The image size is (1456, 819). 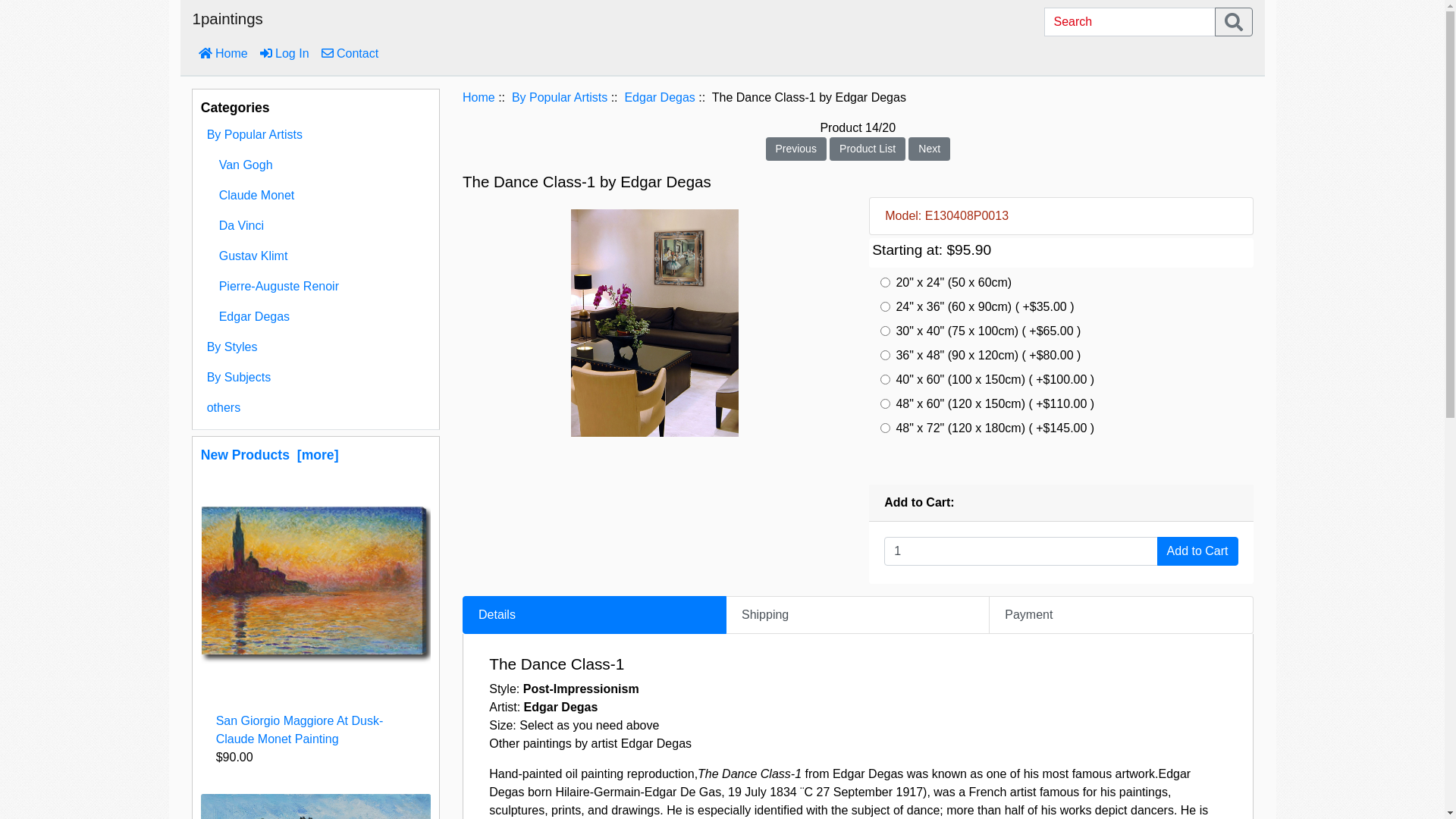 What do you see at coordinates (284, 52) in the screenshot?
I see `'Log In'` at bounding box center [284, 52].